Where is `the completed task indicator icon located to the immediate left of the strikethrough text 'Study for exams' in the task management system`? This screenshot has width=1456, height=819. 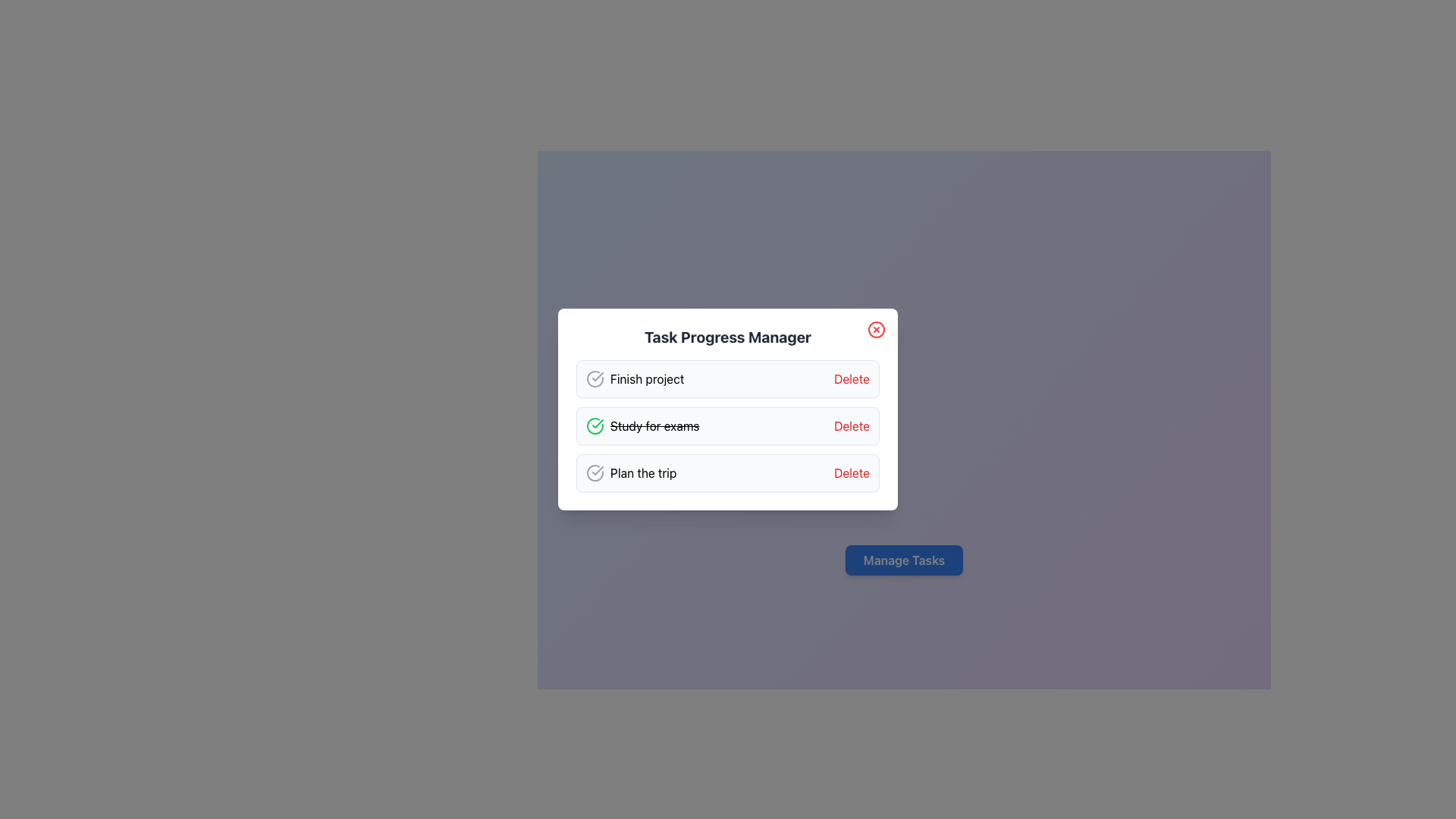
the completed task indicator icon located to the immediate left of the strikethrough text 'Study for exams' in the task management system is located at coordinates (595, 426).